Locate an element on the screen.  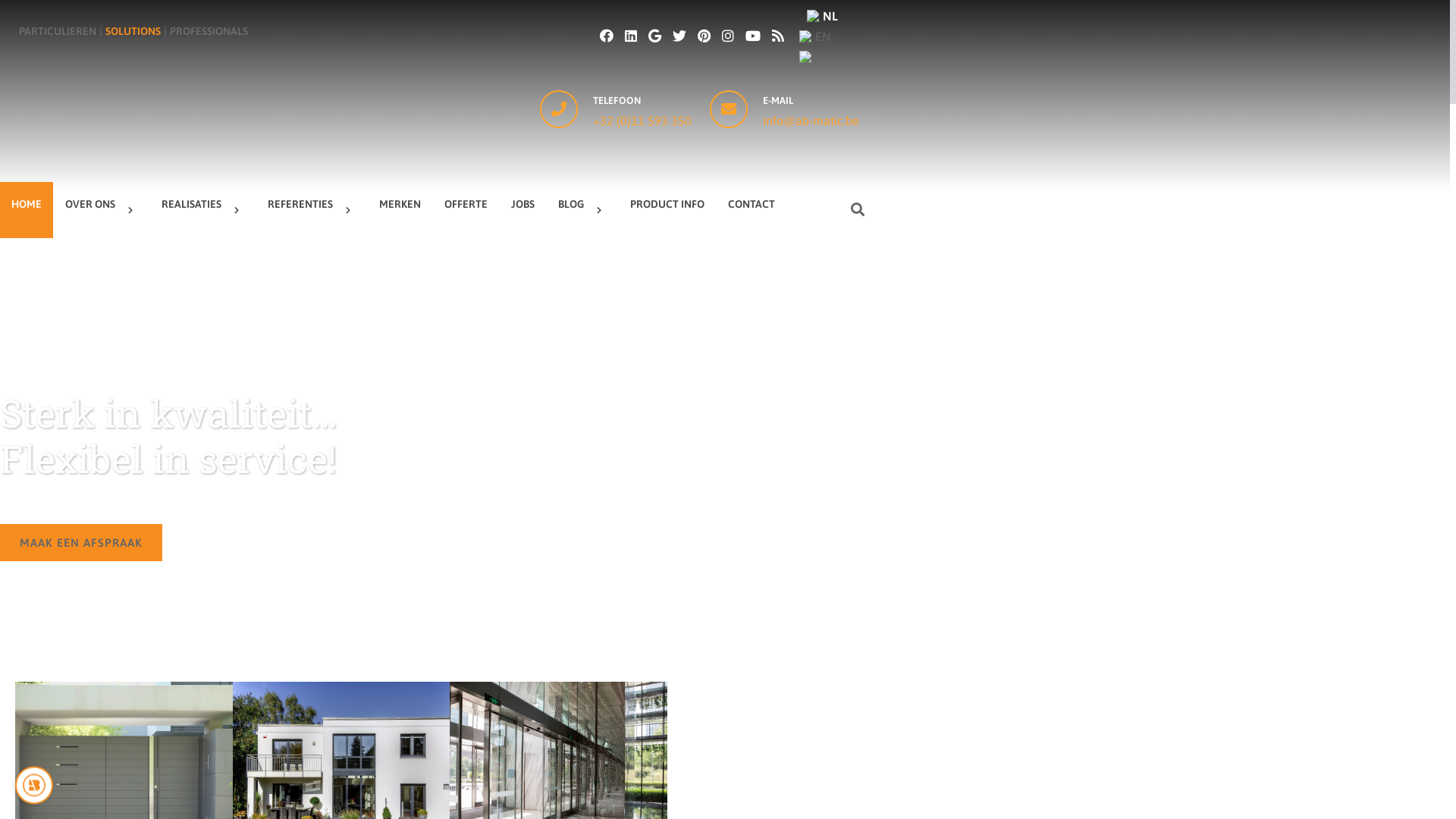
'OVER ONS' is located at coordinates (101, 210).